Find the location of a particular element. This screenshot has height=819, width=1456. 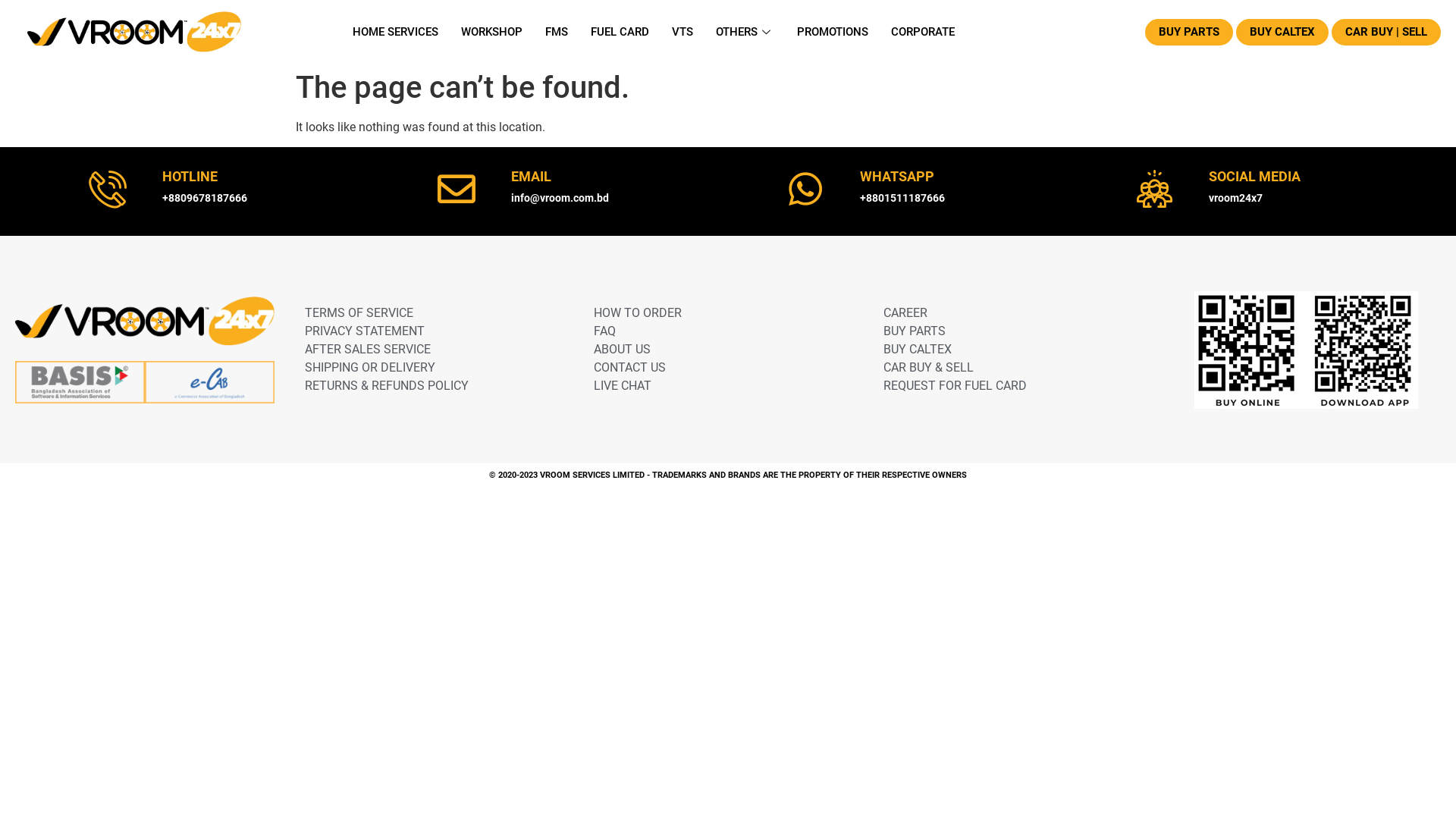

'VTS' is located at coordinates (660, 32).